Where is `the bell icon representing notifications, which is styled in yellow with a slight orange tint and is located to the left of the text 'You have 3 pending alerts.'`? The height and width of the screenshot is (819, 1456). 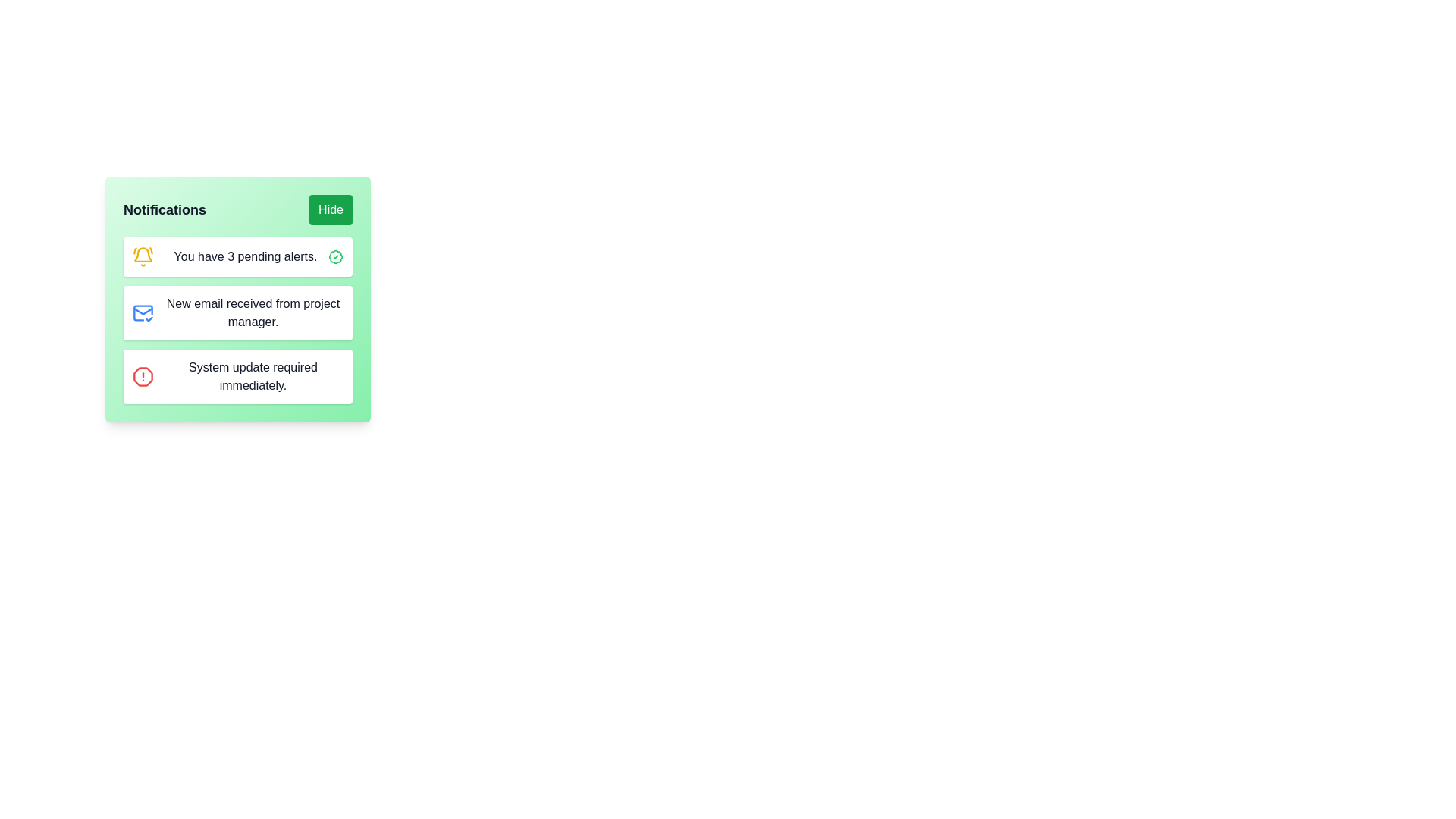
the bell icon representing notifications, which is styled in yellow with a slight orange tint and is located to the left of the text 'You have 3 pending alerts.' is located at coordinates (143, 256).